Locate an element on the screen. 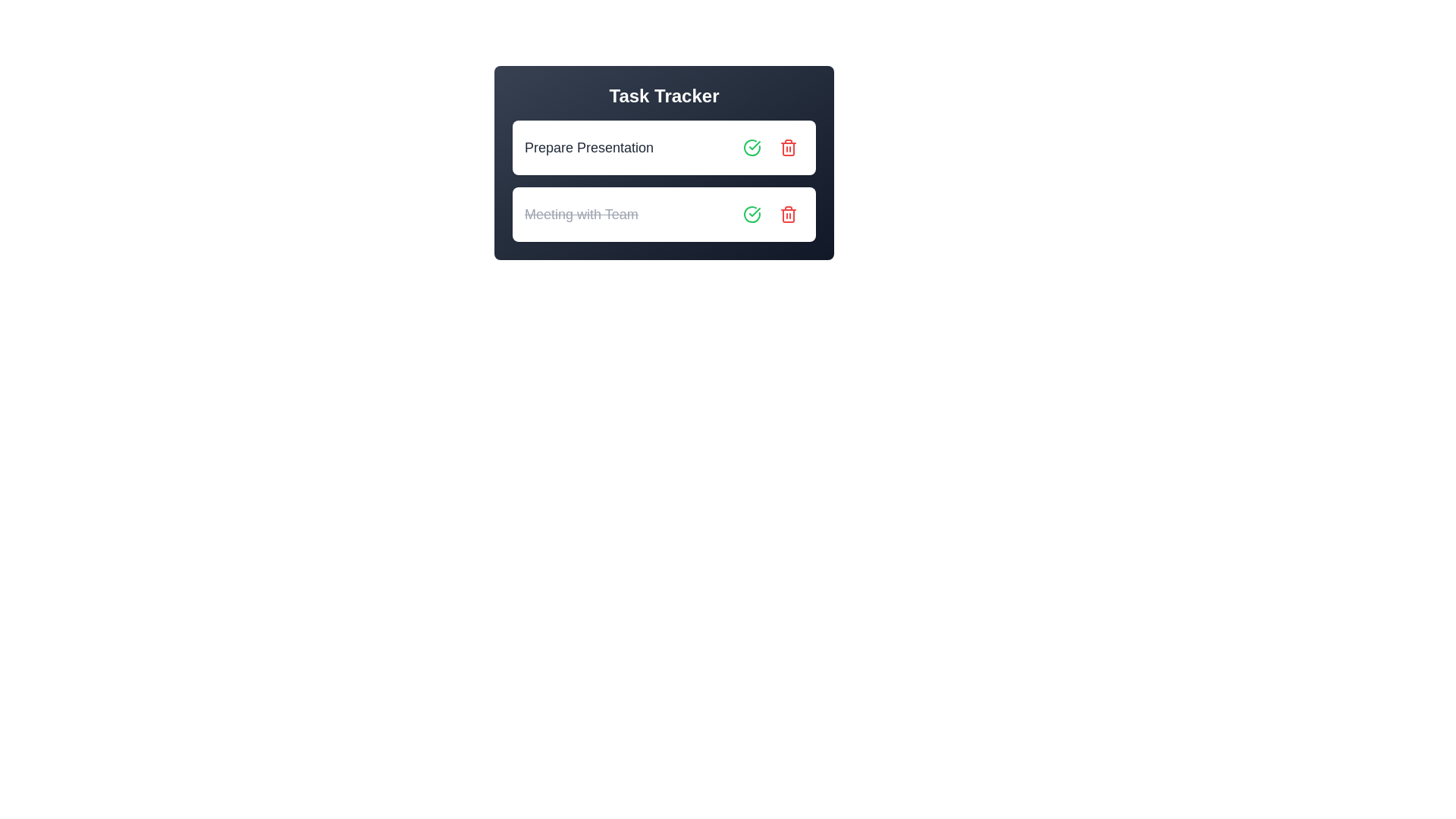 The width and height of the screenshot is (1456, 819). the check icon within the 'Meeting with Team' task item, located near the trash can icon on the right side of the task row is located at coordinates (752, 214).